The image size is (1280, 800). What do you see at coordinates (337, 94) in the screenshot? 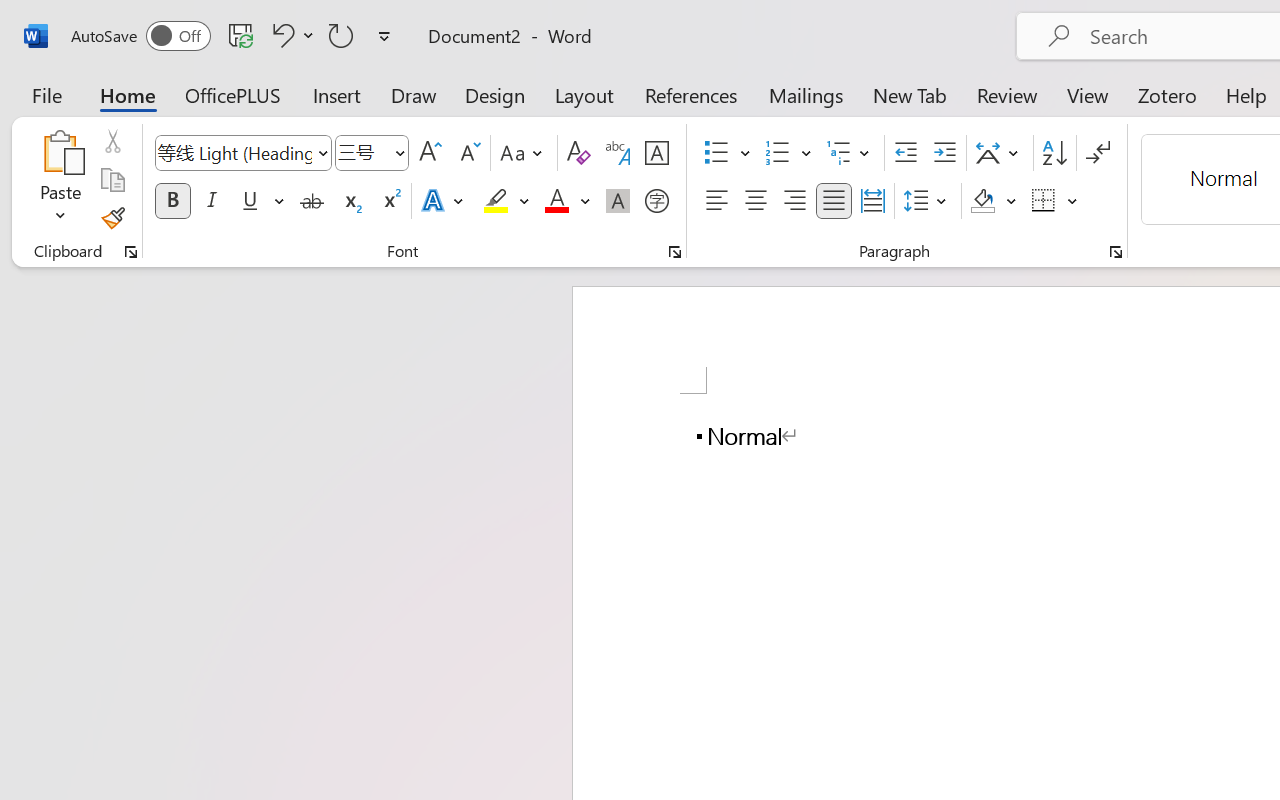
I see `'Insert'` at bounding box center [337, 94].